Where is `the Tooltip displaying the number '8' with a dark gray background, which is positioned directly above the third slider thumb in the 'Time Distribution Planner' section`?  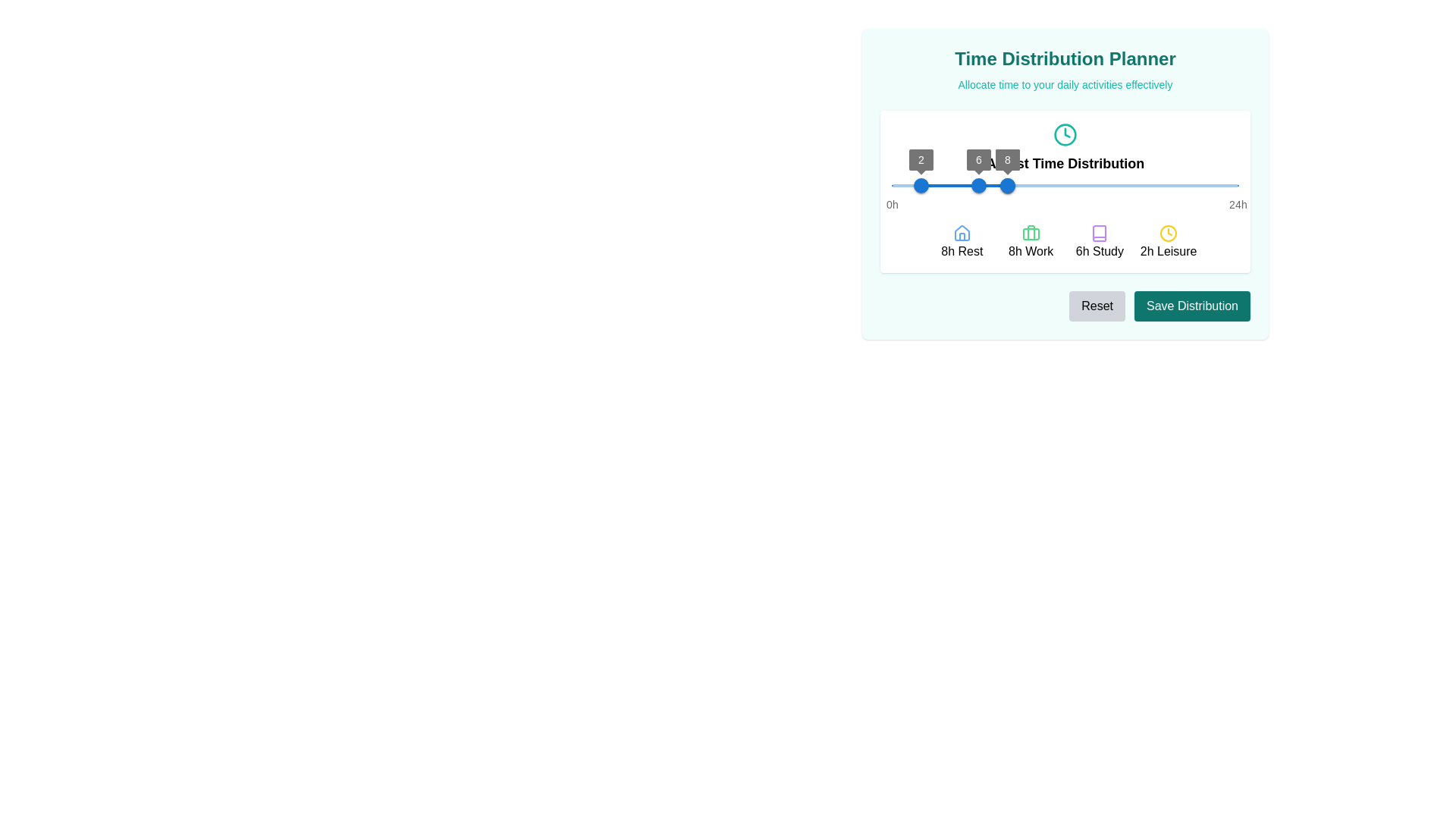 the Tooltip displaying the number '8' with a dark gray background, which is positioned directly above the third slider thumb in the 'Time Distribution Planner' section is located at coordinates (1008, 160).